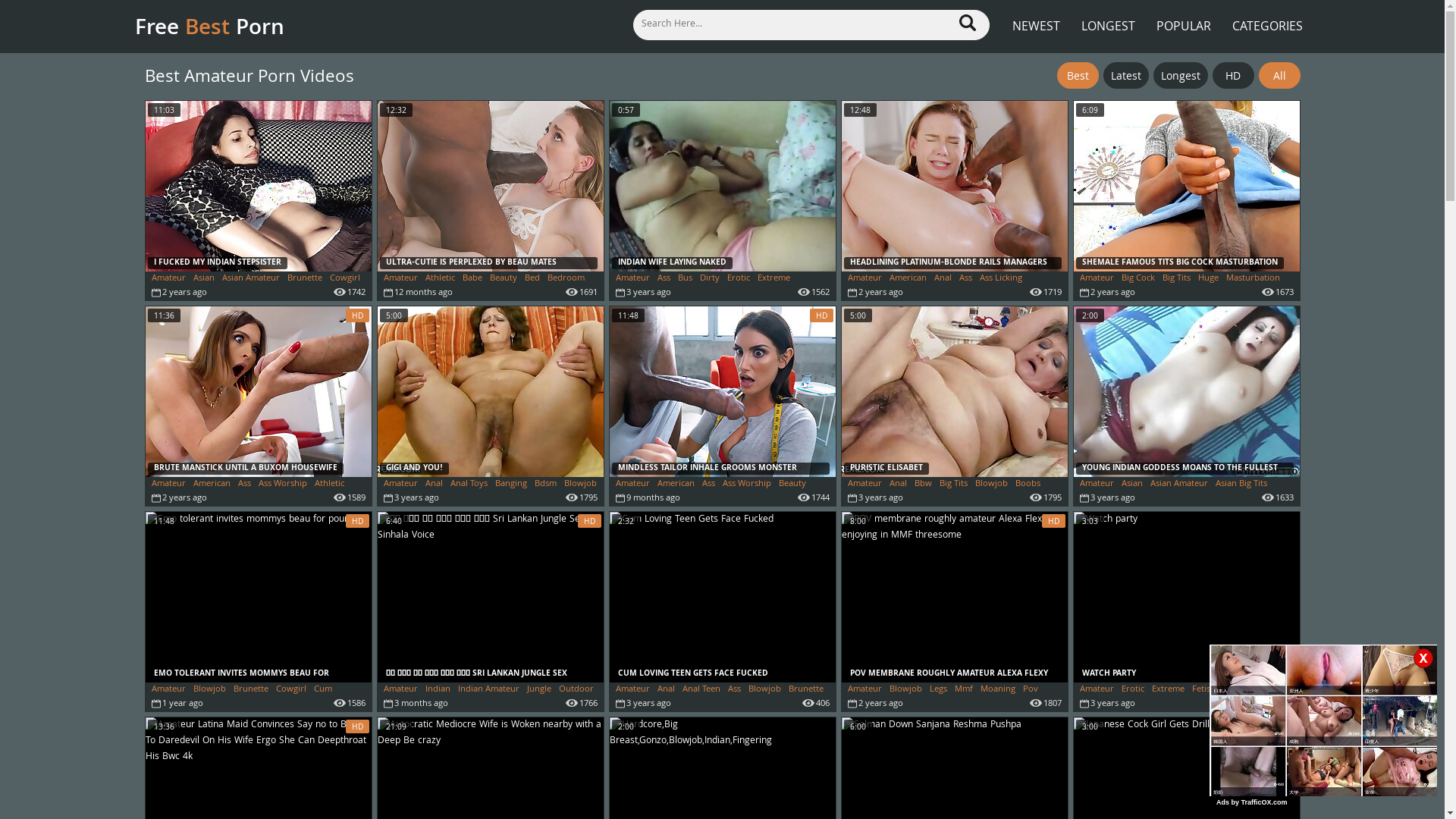 This screenshot has height=819, width=1456. What do you see at coordinates (1252, 801) in the screenshot?
I see `'Ads by TrafficOX.com'` at bounding box center [1252, 801].